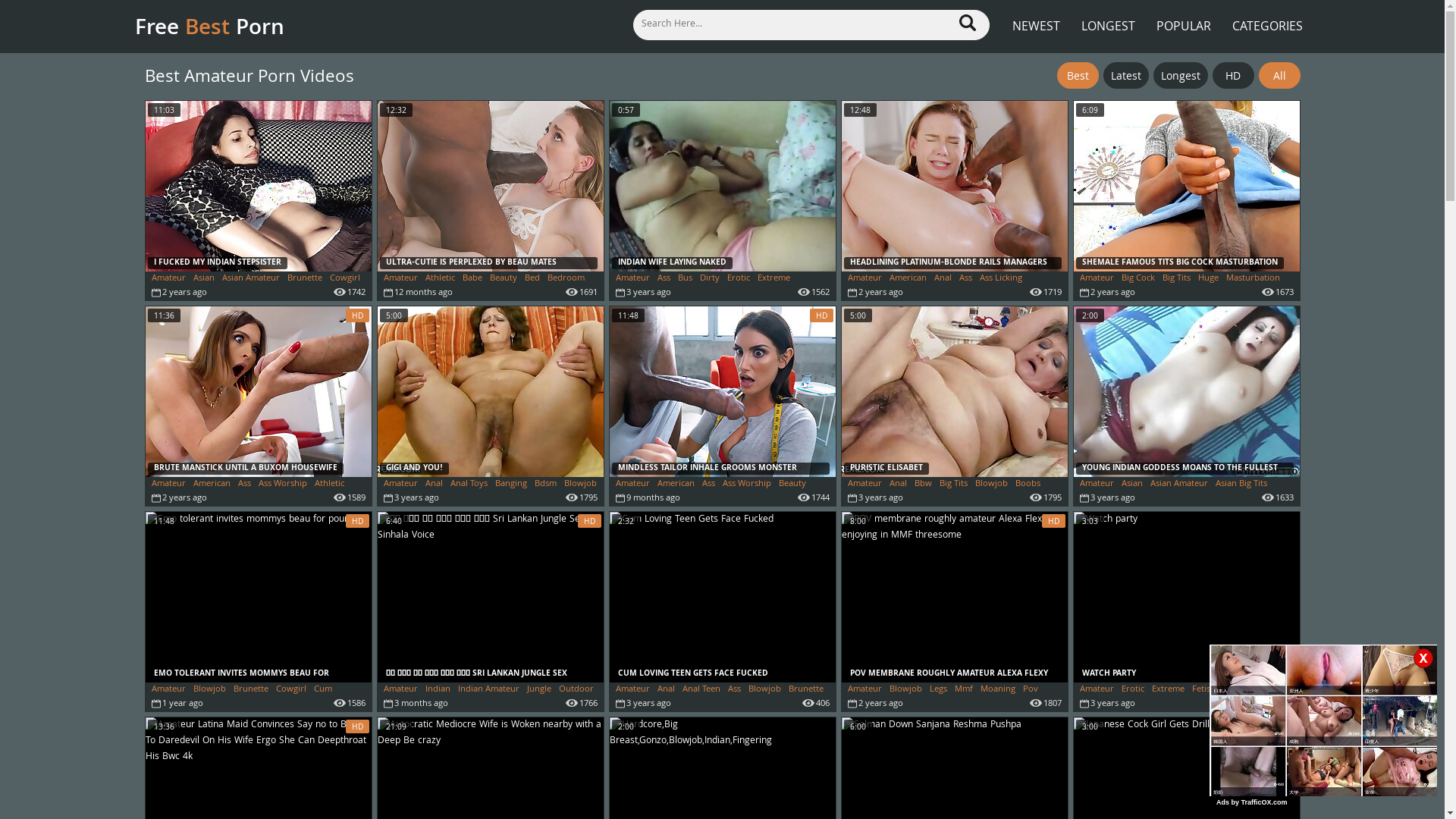 This screenshot has height=819, width=1456. What do you see at coordinates (1252, 801) in the screenshot?
I see `'Ads by TrafficOX.com'` at bounding box center [1252, 801].